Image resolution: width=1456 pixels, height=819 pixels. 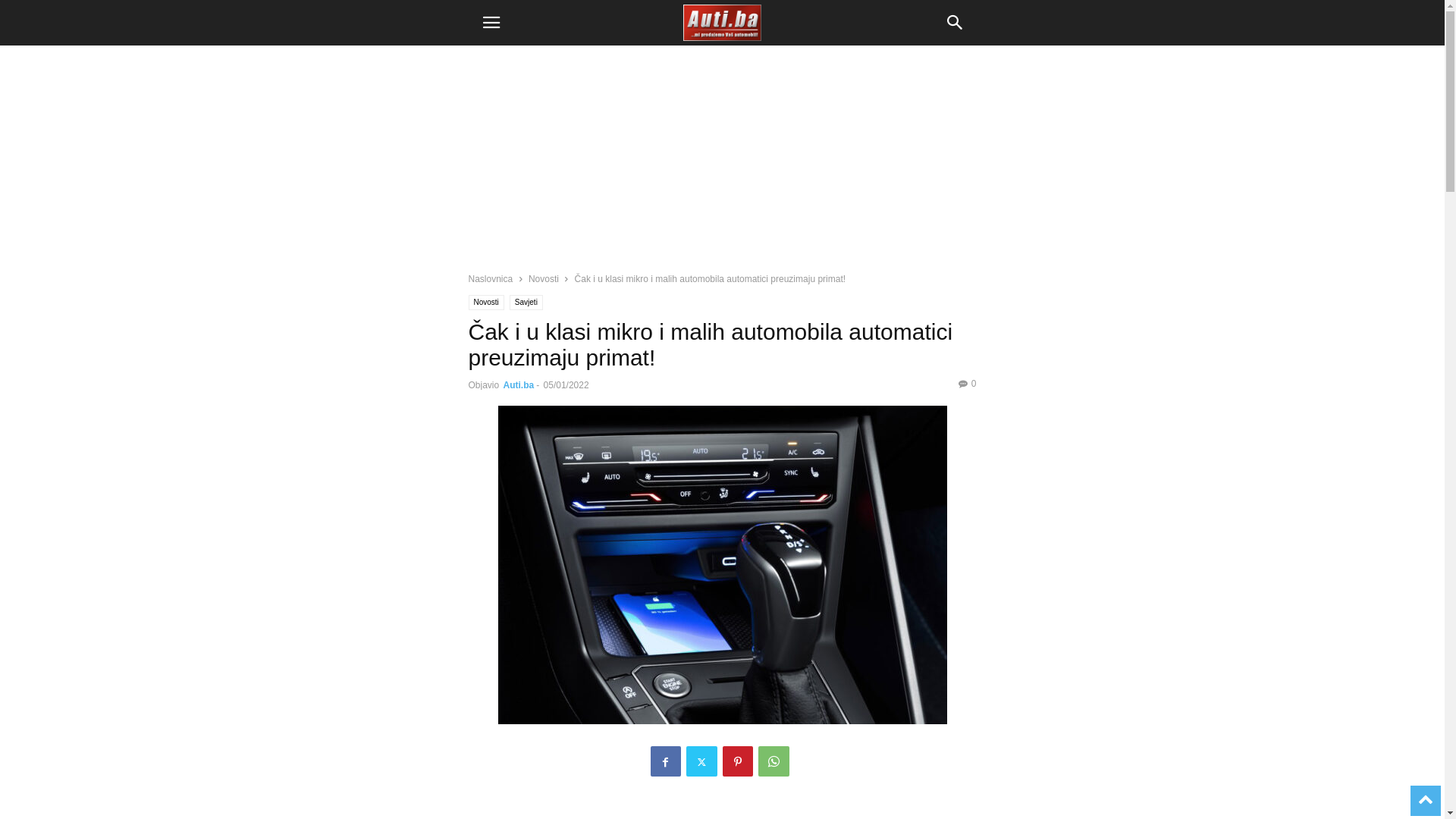 What do you see at coordinates (491, 278) in the screenshot?
I see `'Naslovnica'` at bounding box center [491, 278].